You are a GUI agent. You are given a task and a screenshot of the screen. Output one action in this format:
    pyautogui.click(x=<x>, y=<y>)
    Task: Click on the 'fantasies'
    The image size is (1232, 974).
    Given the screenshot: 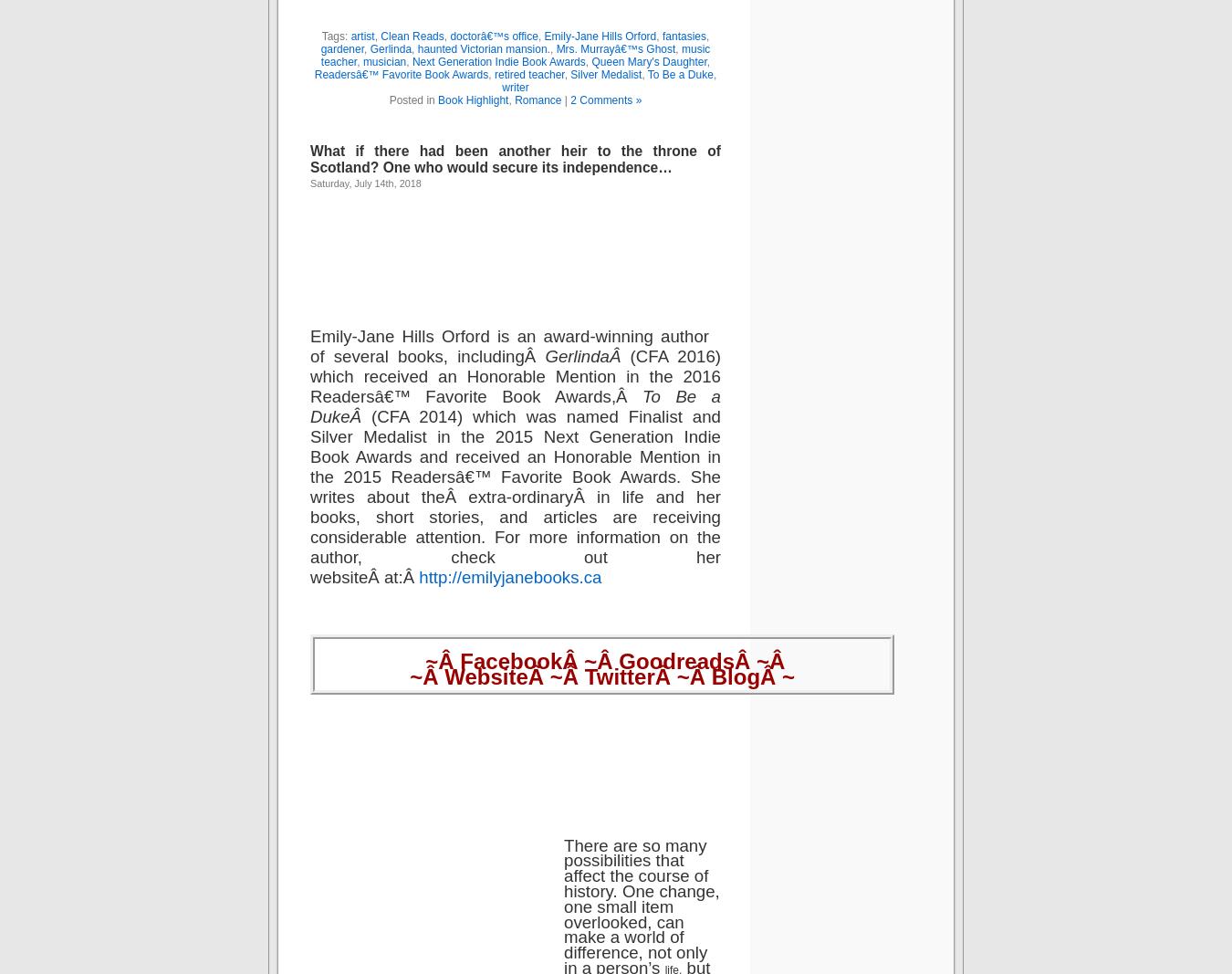 What is the action you would take?
    pyautogui.click(x=682, y=35)
    